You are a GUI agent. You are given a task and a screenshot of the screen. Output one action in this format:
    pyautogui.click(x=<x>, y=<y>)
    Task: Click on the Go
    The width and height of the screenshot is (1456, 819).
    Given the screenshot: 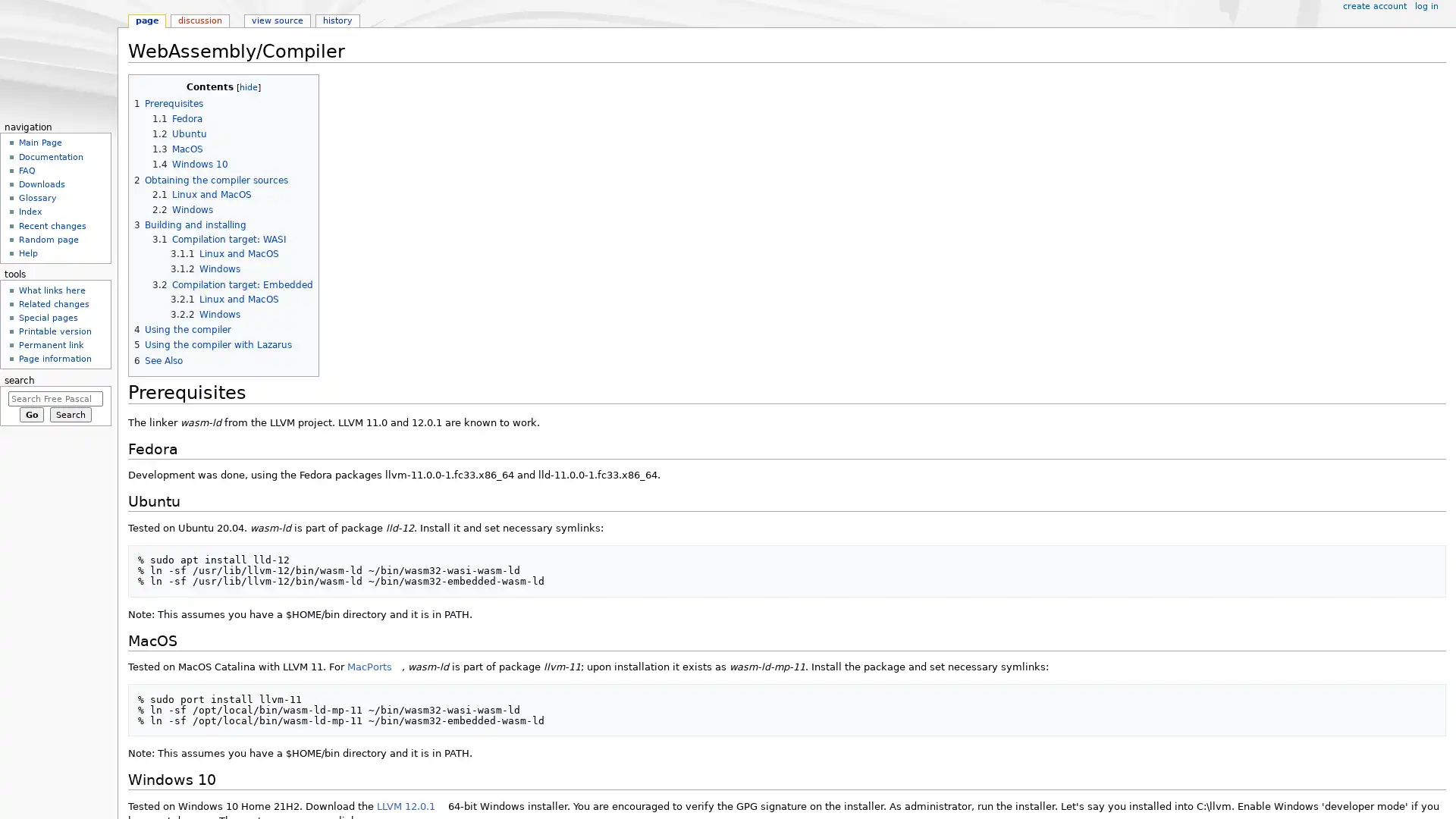 What is the action you would take?
    pyautogui.click(x=31, y=414)
    